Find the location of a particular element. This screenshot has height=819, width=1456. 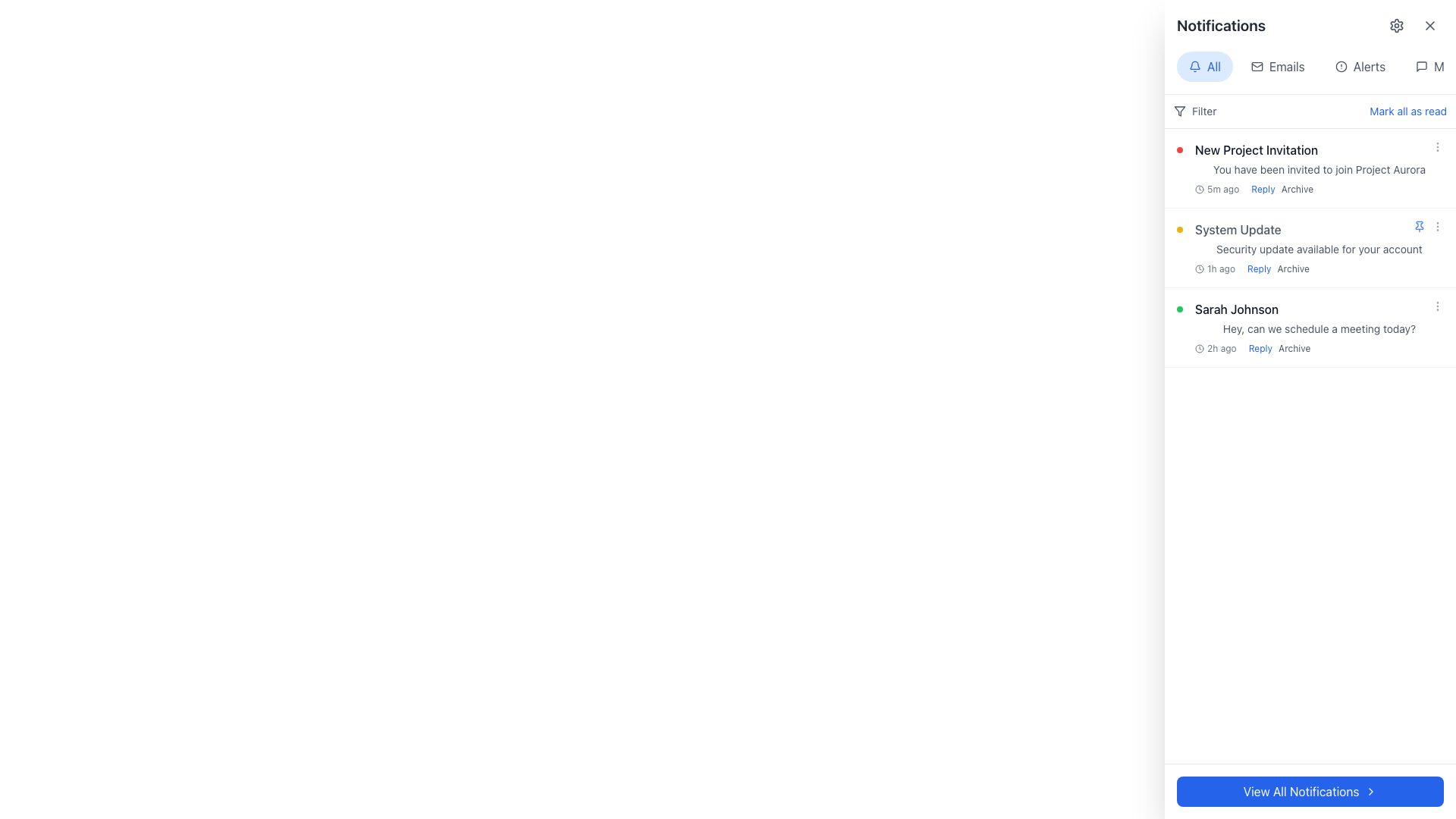

the Button with small gray text that changes to darker gray when hovered over, positioned next to the 'Reply' button in the notification for 'System Update' is located at coordinates (1292, 268).